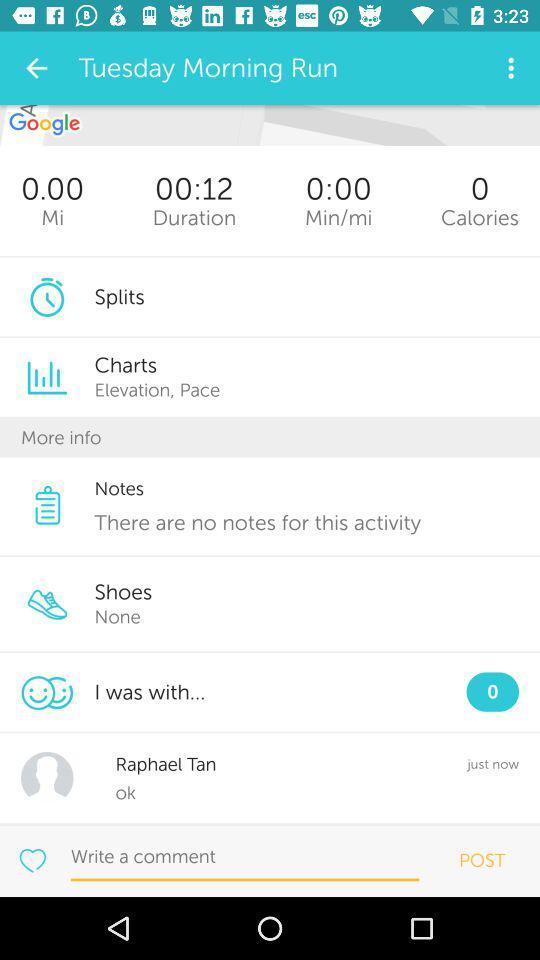  Describe the element at coordinates (337, 217) in the screenshot. I see `the icon below 0:00` at that location.